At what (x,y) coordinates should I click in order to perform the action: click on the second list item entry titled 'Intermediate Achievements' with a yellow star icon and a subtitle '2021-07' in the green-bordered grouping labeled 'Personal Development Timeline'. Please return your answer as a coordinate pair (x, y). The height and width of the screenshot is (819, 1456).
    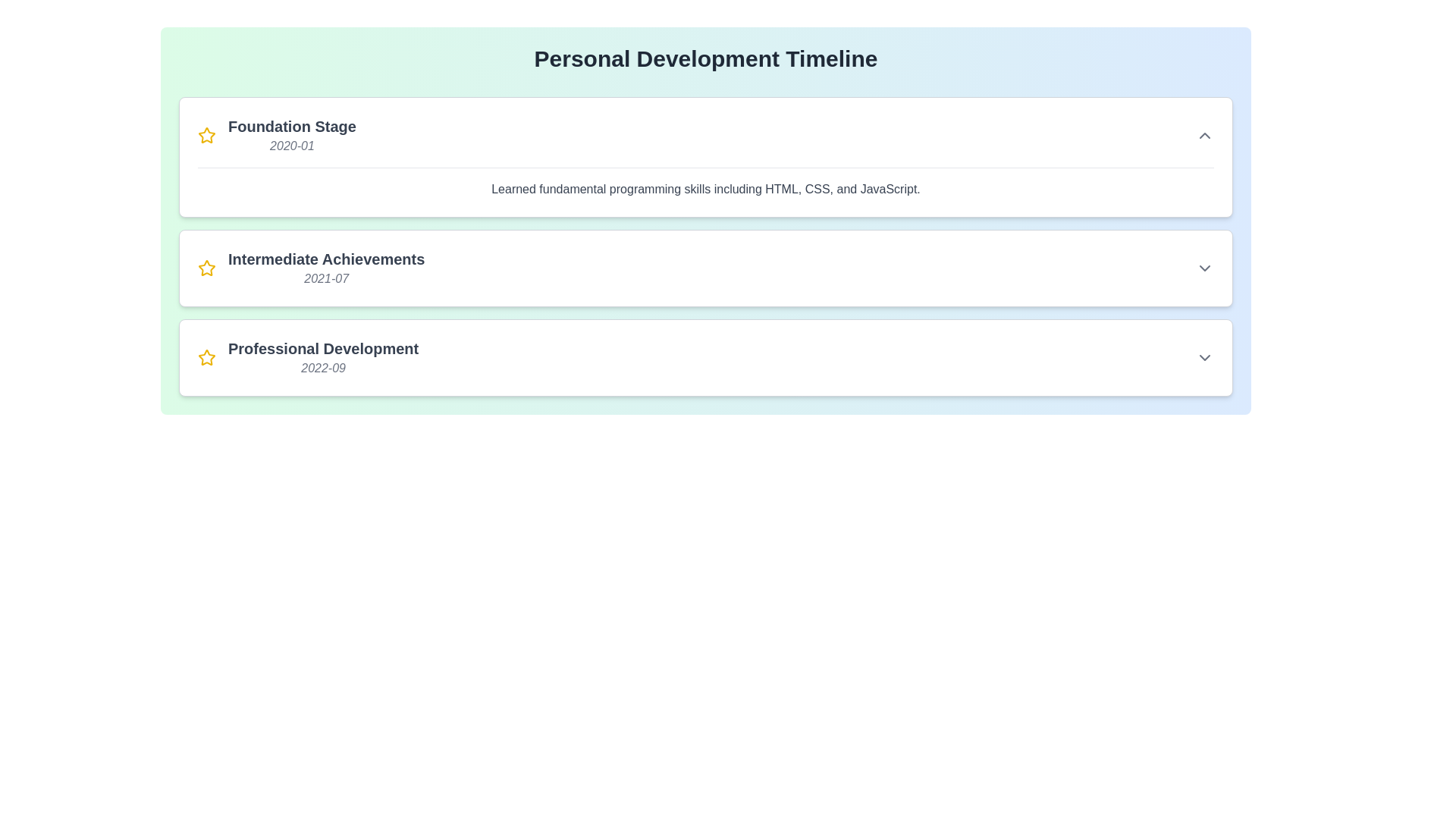
    Looking at the image, I should click on (310, 268).